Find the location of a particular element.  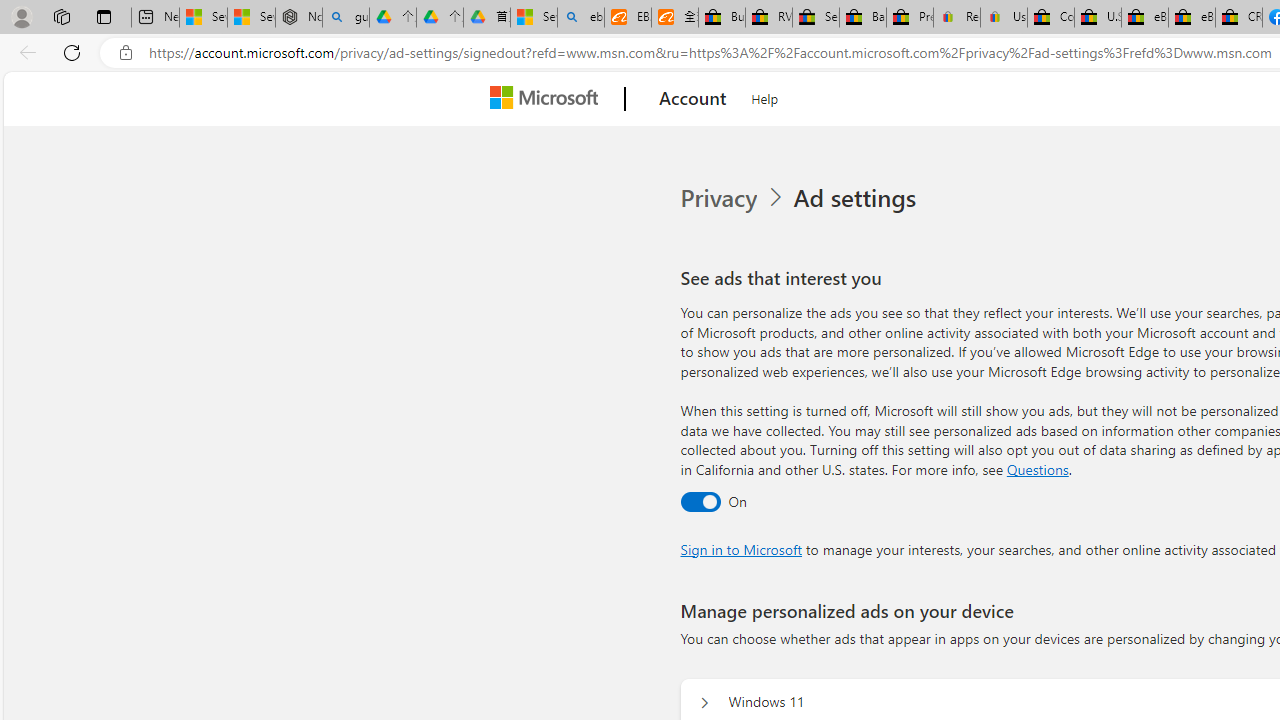

'Press Room - eBay Inc.' is located at coordinates (909, 17).